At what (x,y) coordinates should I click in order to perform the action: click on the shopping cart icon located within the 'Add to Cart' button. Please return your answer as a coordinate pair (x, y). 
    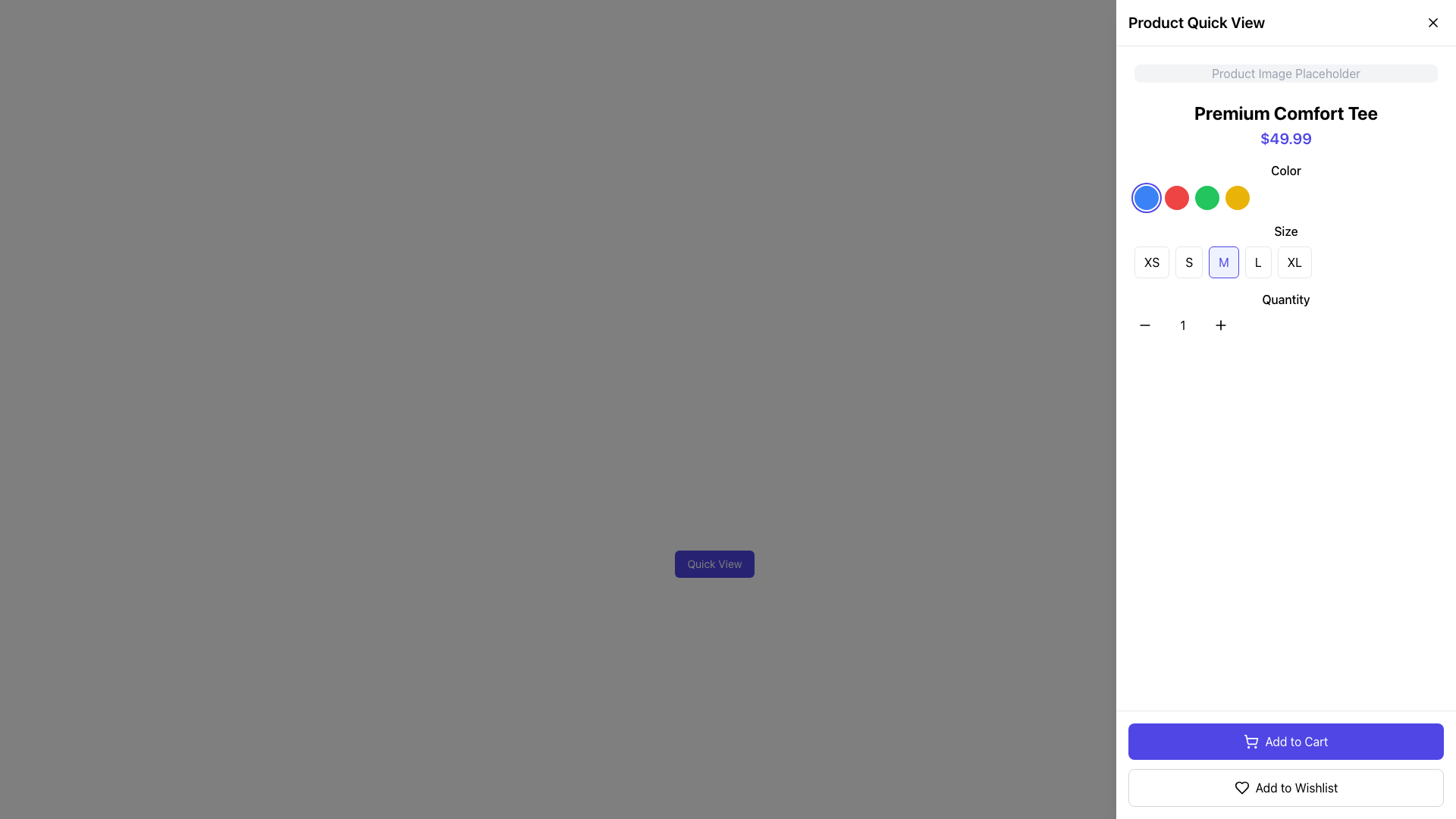
    Looking at the image, I should click on (1251, 741).